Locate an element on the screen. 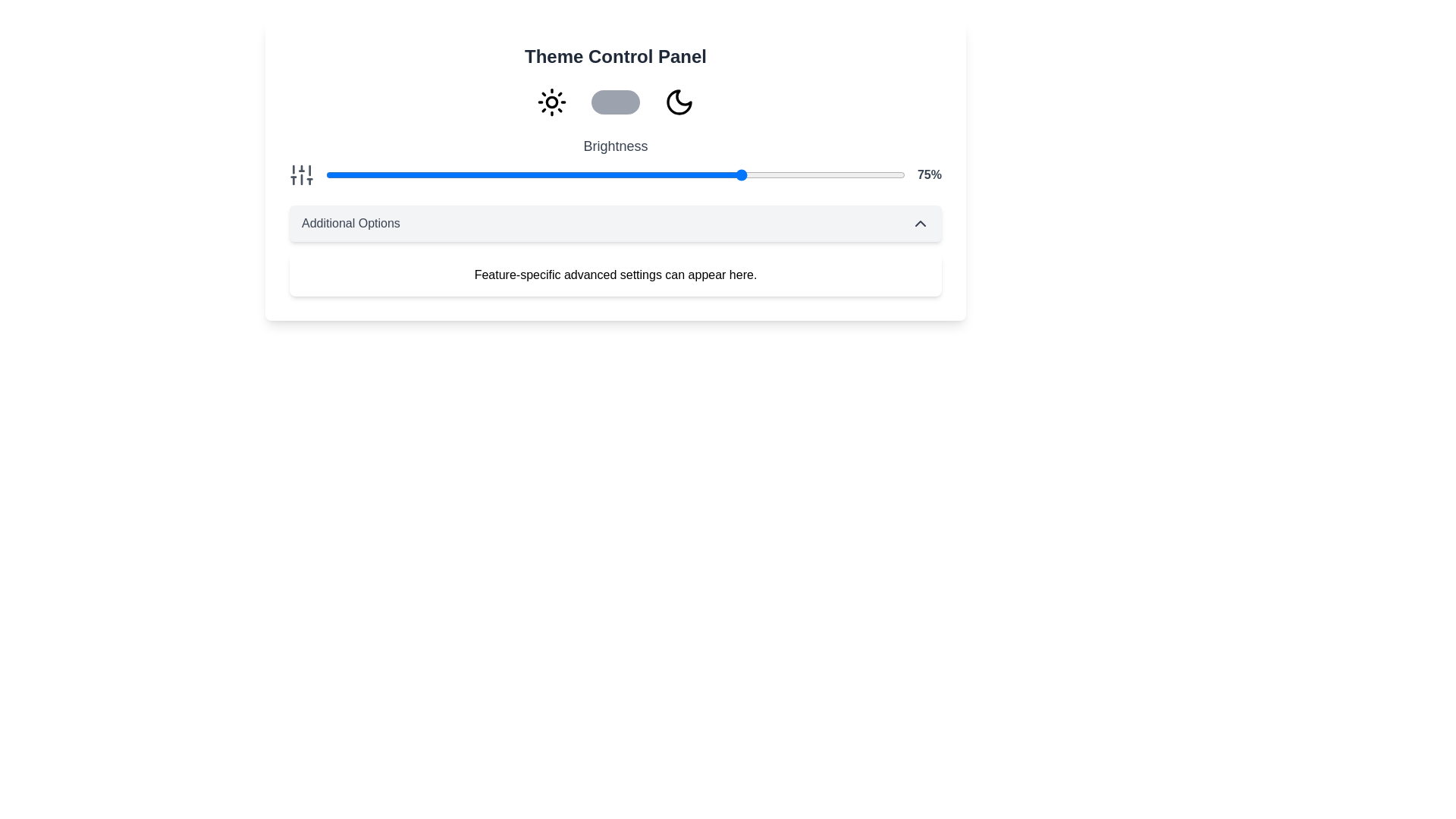  the sun icon, which is the leftmost element in a horizontal group at the top of the control panel, indicating brightness with its yellow hue and radial lines is located at coordinates (551, 102).